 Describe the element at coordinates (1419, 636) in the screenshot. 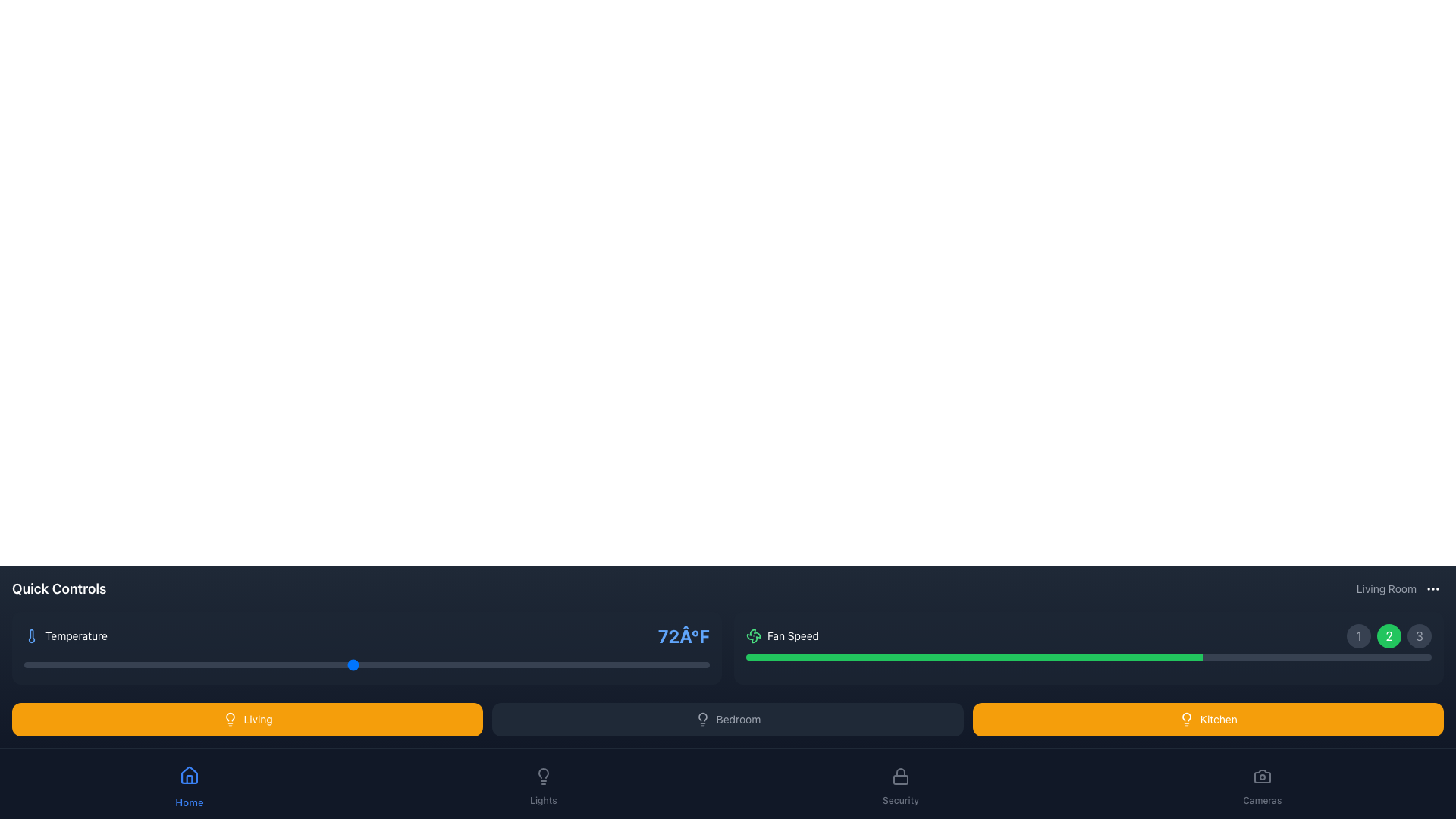

I see `the circular button with a dark gray background and the number '3' displayed in lighter gray` at that location.